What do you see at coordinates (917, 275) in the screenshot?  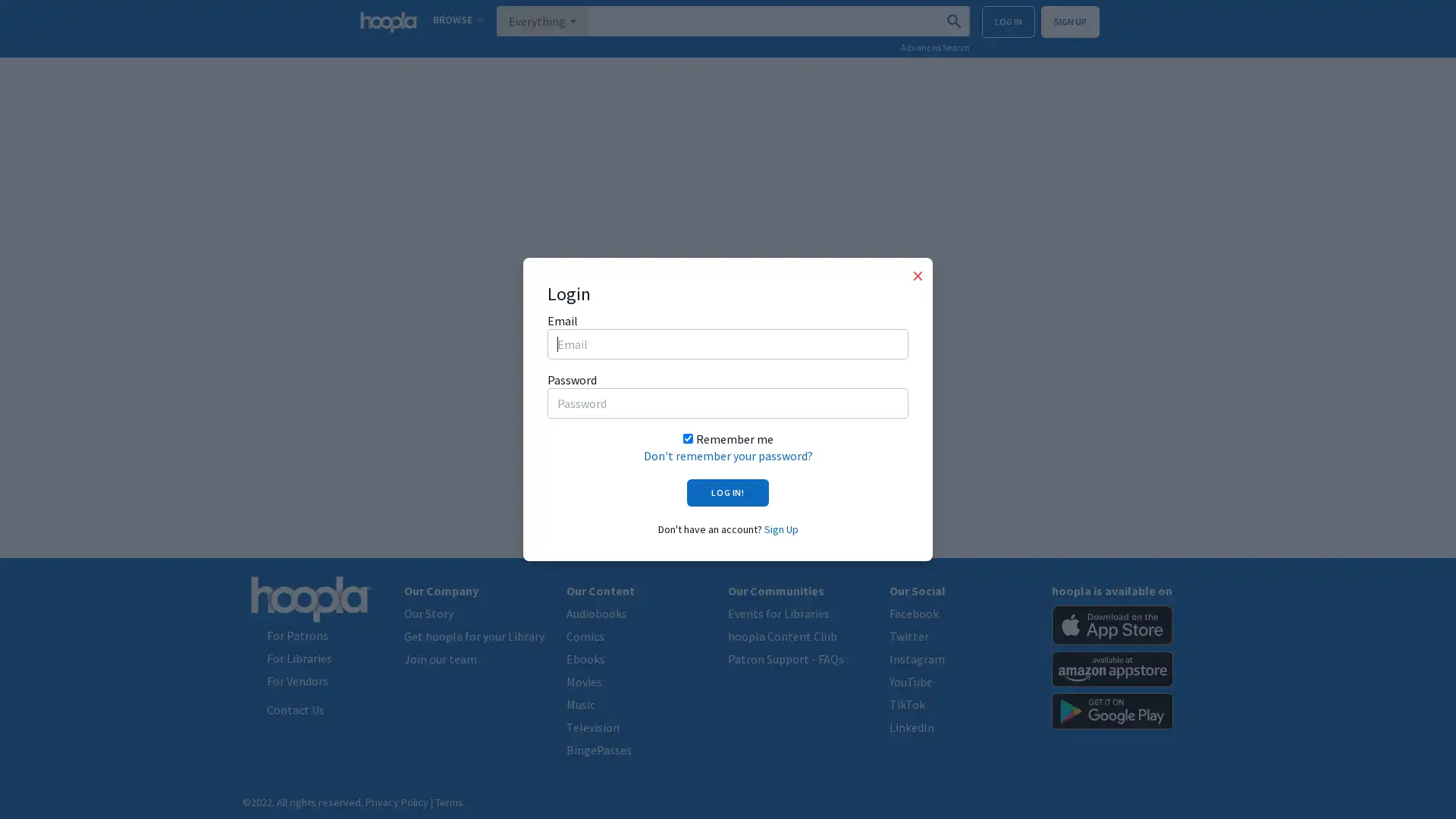 I see `Close` at bounding box center [917, 275].